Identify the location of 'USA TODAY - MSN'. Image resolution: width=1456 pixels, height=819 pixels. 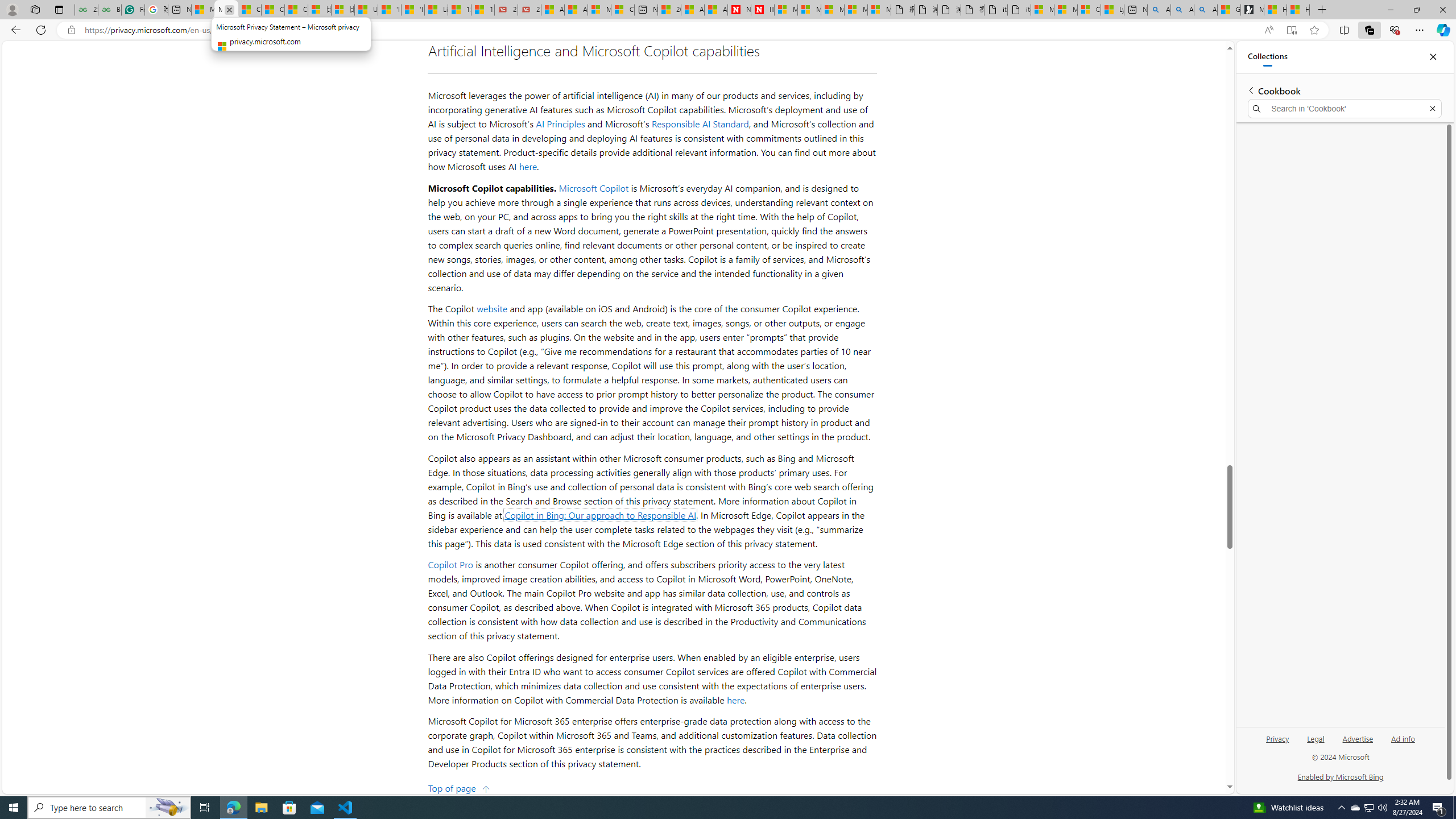
(366, 9).